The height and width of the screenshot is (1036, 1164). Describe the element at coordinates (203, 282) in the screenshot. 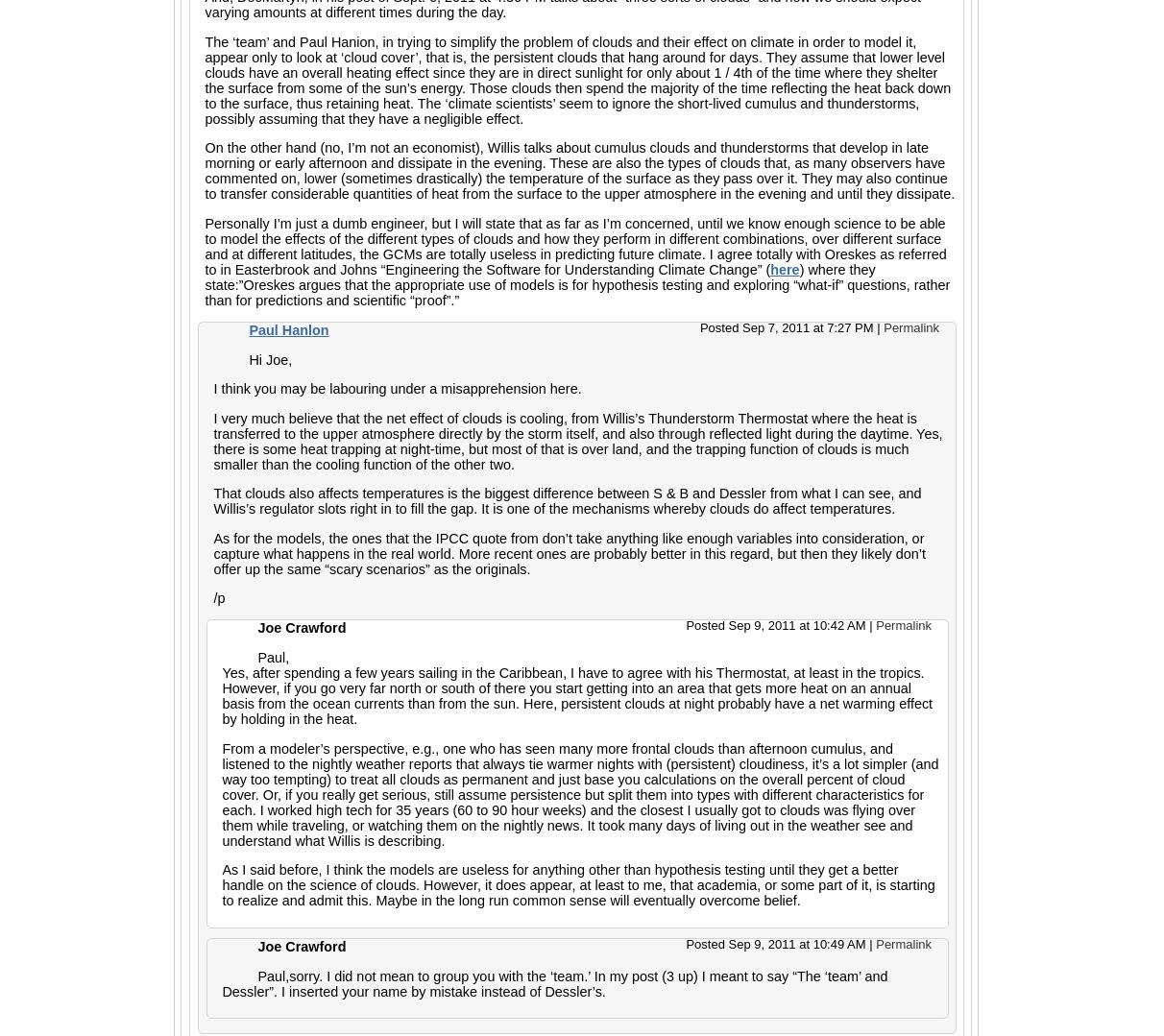

I see `') where they state:”Oreskes argues that the appropriate use of models is for hypothesis testing and exploring “what-if” questions, rather than for predictions and scientific “proof”.”'` at that location.